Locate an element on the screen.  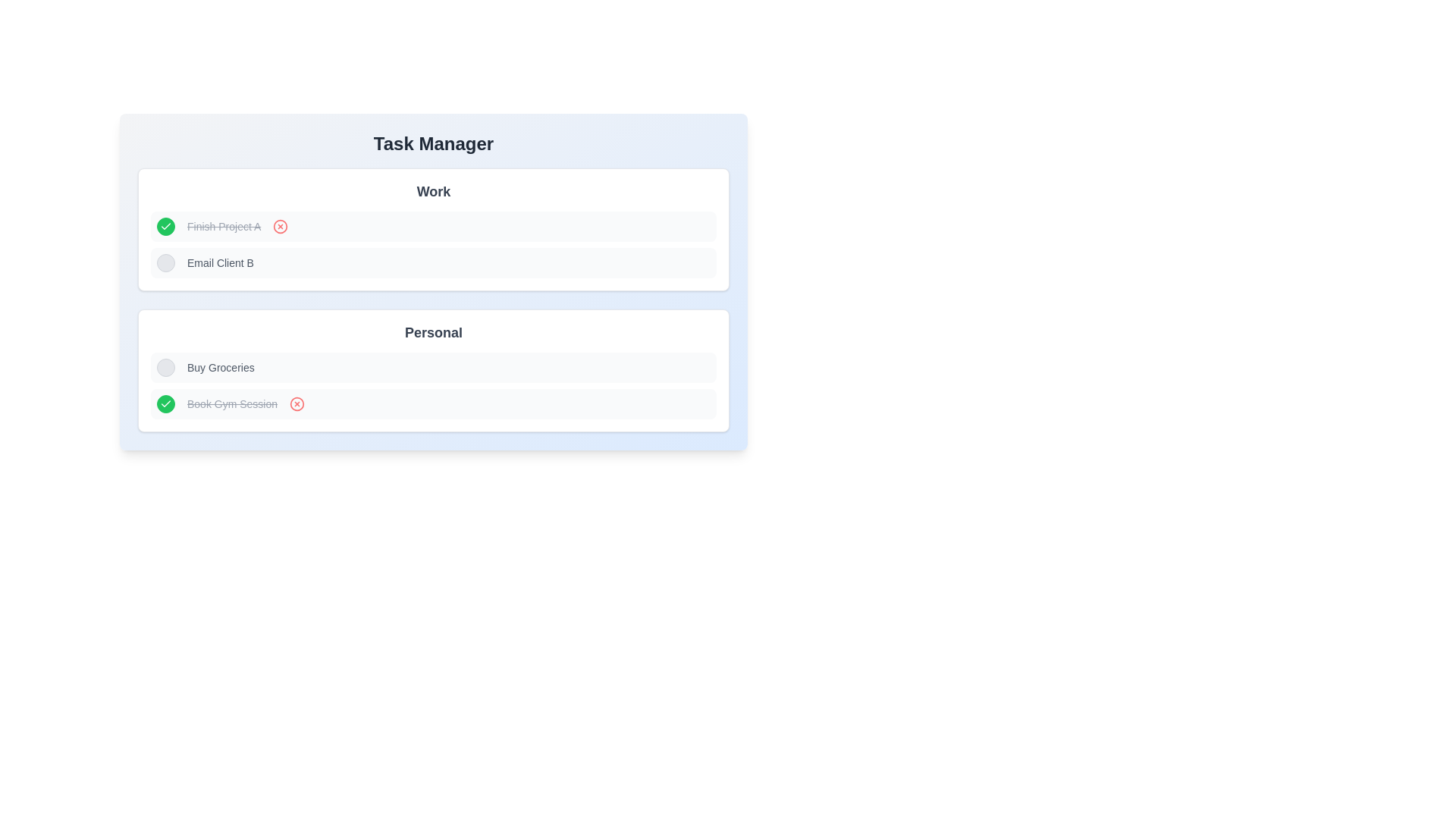
the static text label displaying the completed task name, which is located in the first row under the 'Work' section, between a green circular checkmark icon and a red circular icon is located at coordinates (223, 227).